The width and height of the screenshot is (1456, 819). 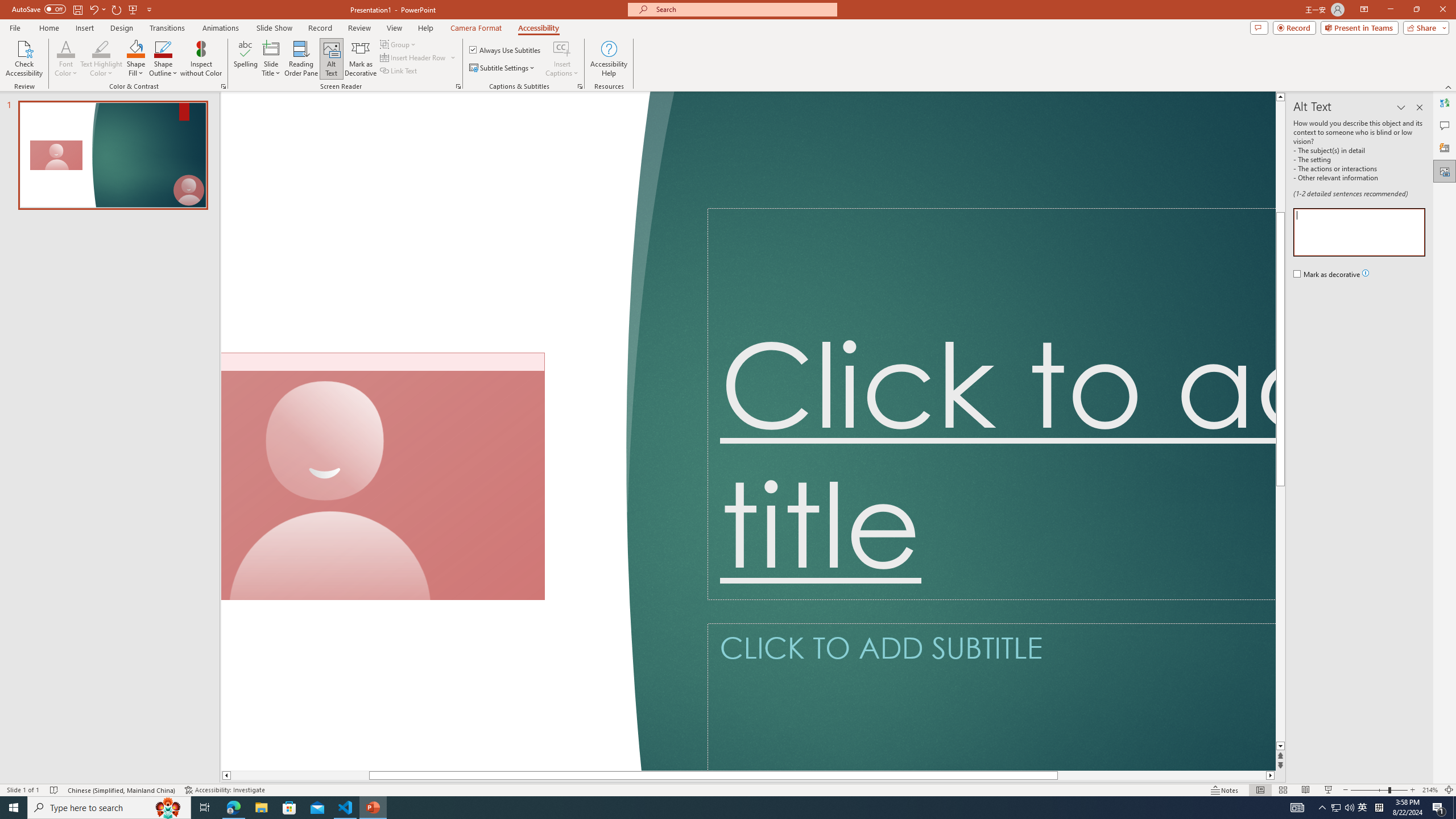 I want to click on 'Inspect without Color', so click(x=201, y=59).